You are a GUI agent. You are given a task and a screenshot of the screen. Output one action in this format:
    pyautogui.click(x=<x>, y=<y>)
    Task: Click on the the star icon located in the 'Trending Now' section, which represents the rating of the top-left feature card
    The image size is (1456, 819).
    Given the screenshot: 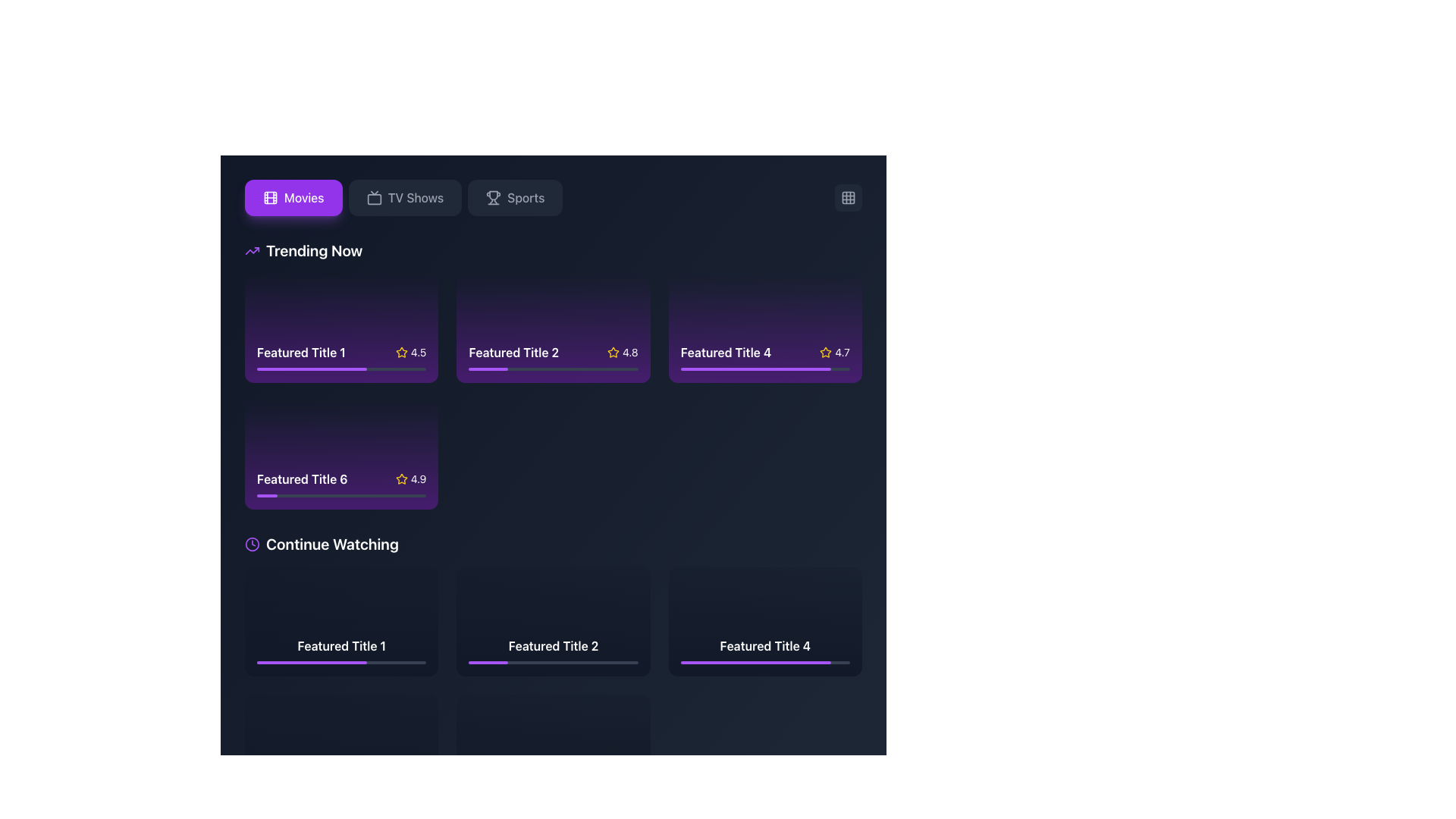 What is the action you would take?
    pyautogui.click(x=401, y=352)
    